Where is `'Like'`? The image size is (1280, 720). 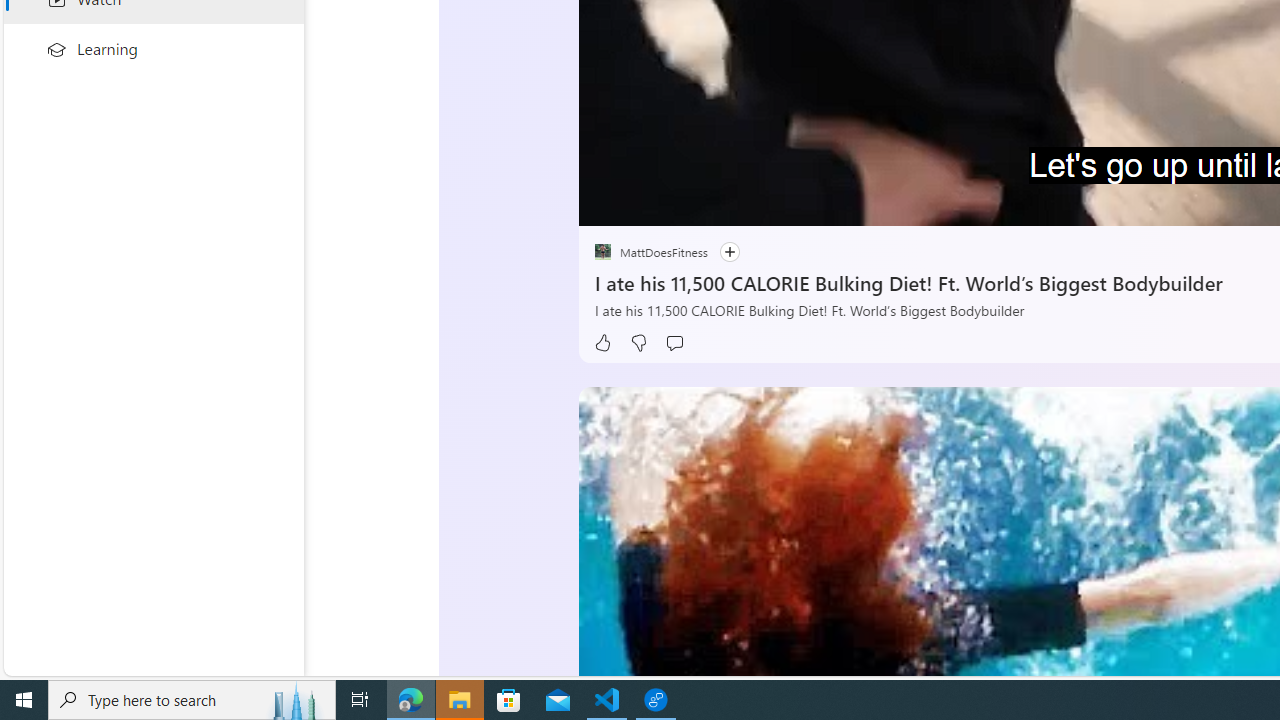
'Like' is located at coordinates (601, 342).